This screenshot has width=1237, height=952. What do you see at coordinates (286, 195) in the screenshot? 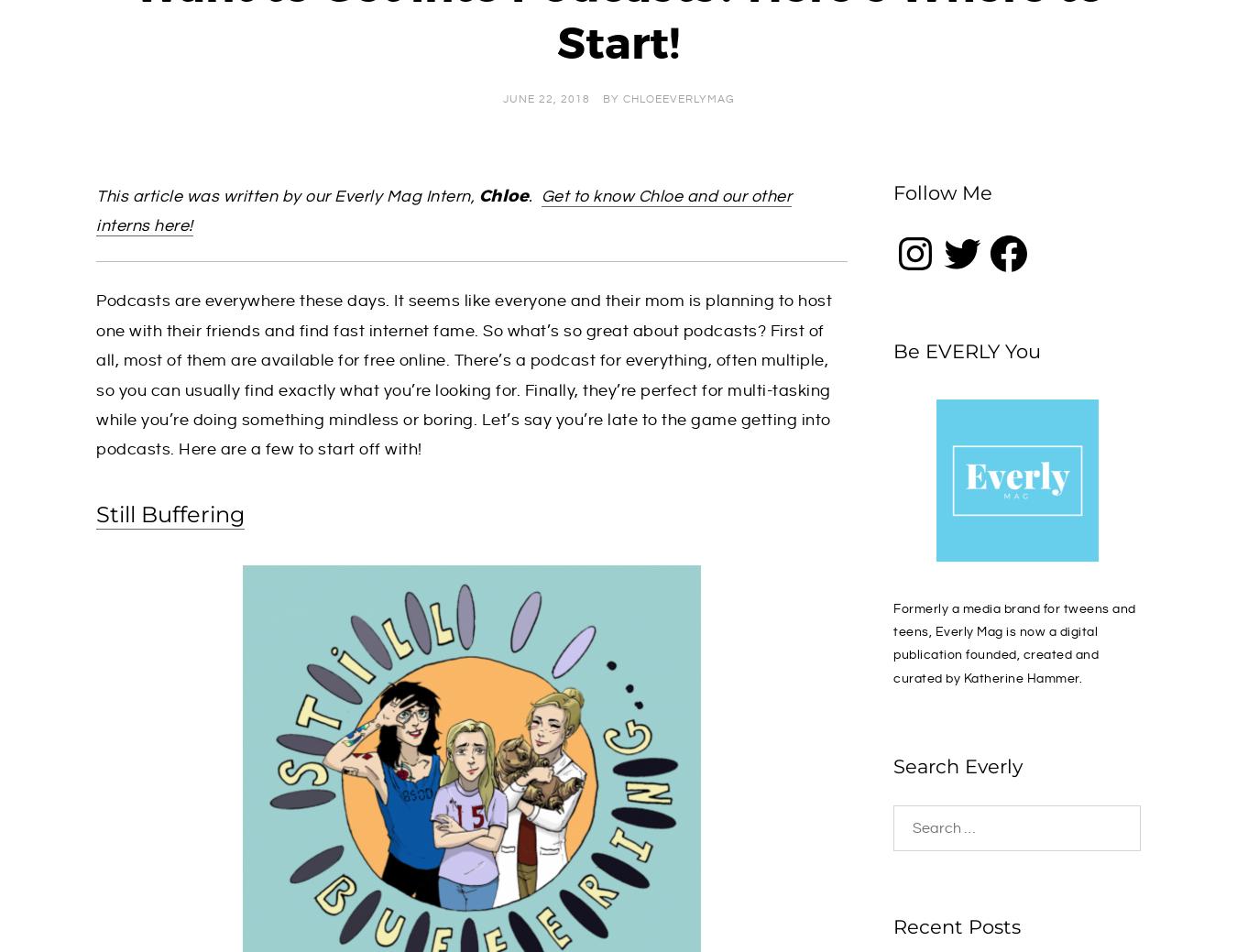
I see `'This article was written by our Everly Mag Intern,'` at bounding box center [286, 195].